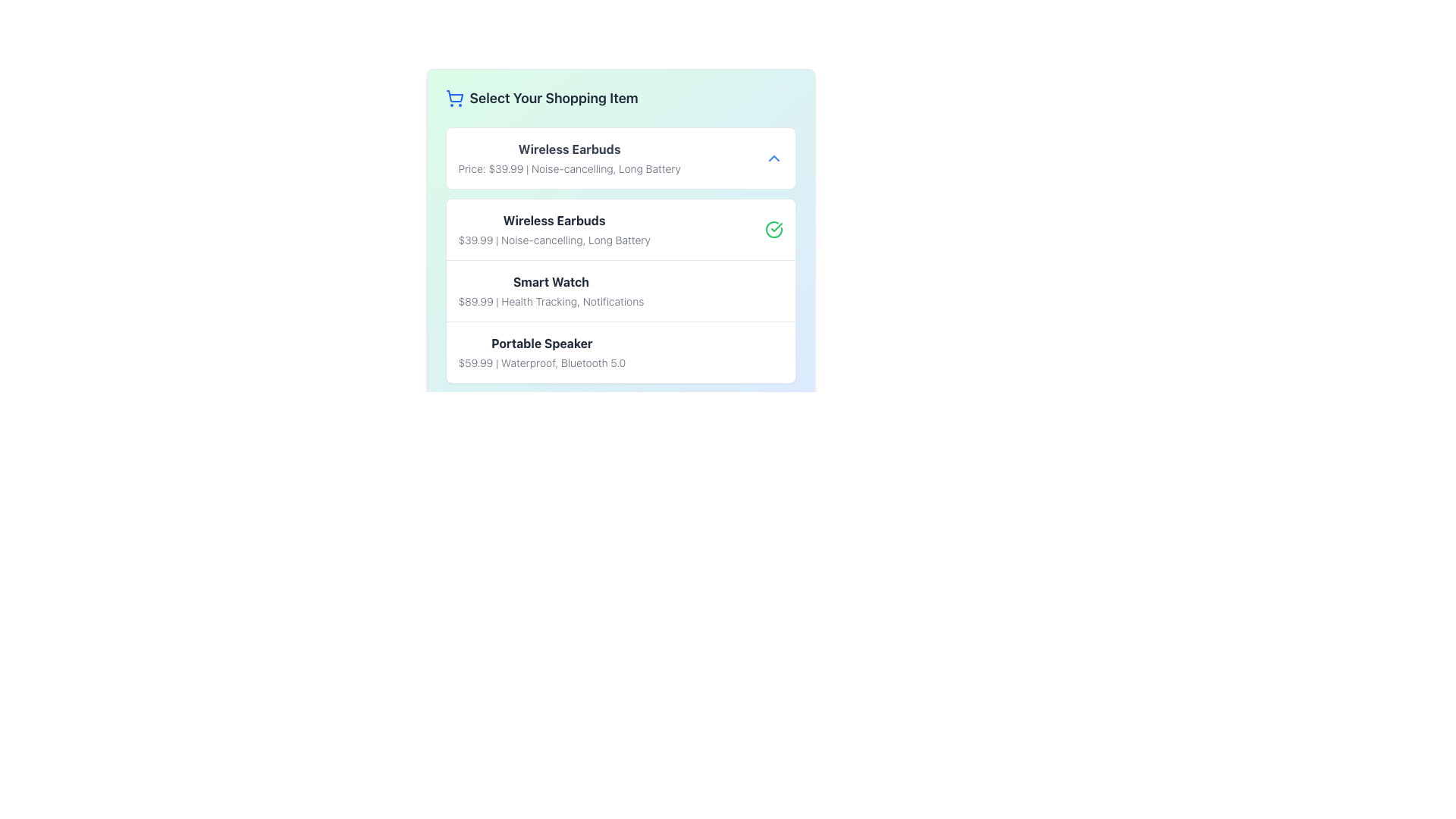 The width and height of the screenshot is (1456, 819). I want to click on the list item displaying 'Wireless Earbuds' with price and features, located beneath the title 'Select Your Shopping Item', so click(620, 158).